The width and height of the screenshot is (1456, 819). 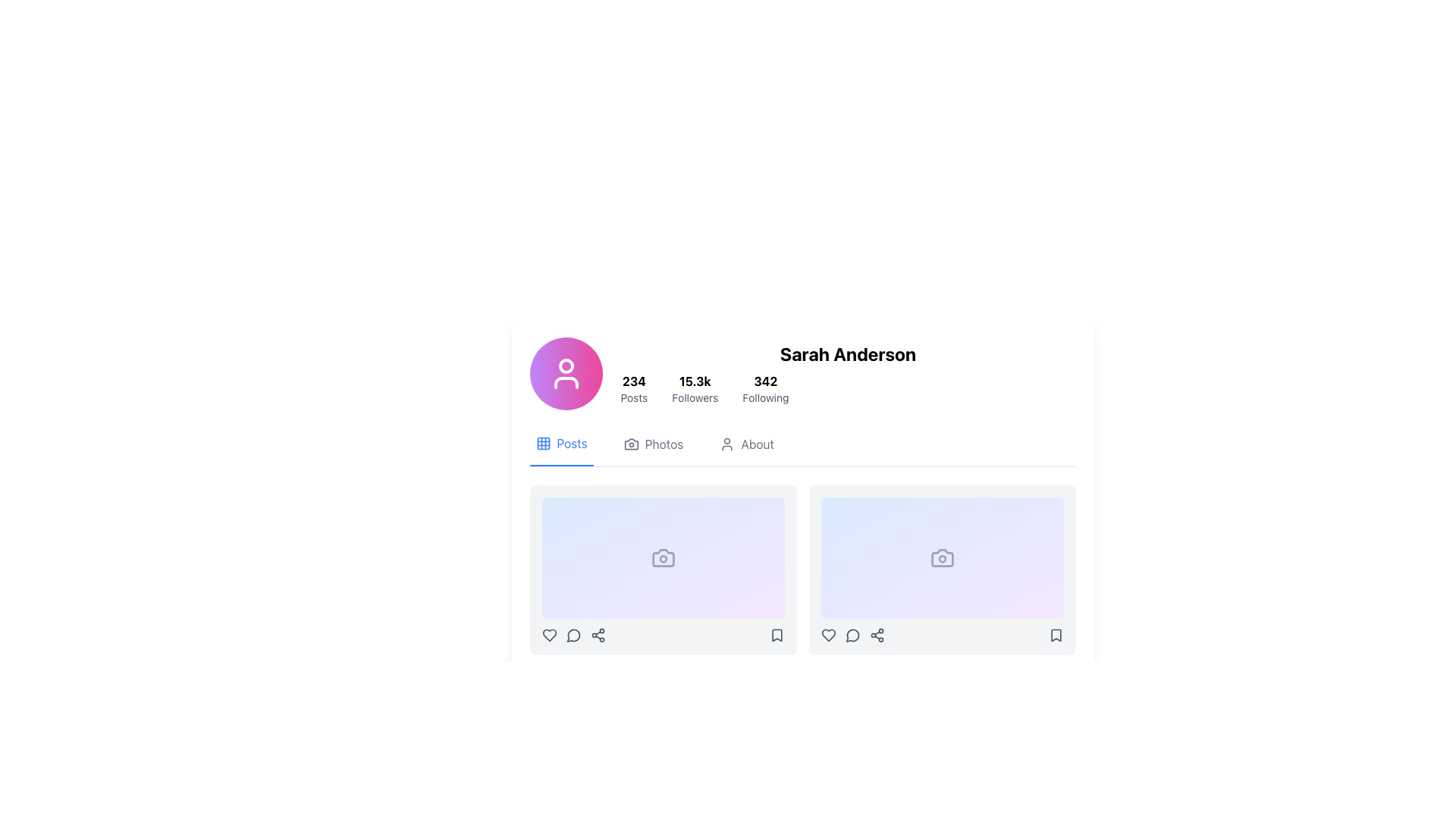 I want to click on the comment button located in the middle of the row of interactive icons beneath the leftmost post image, so click(x=573, y=635).